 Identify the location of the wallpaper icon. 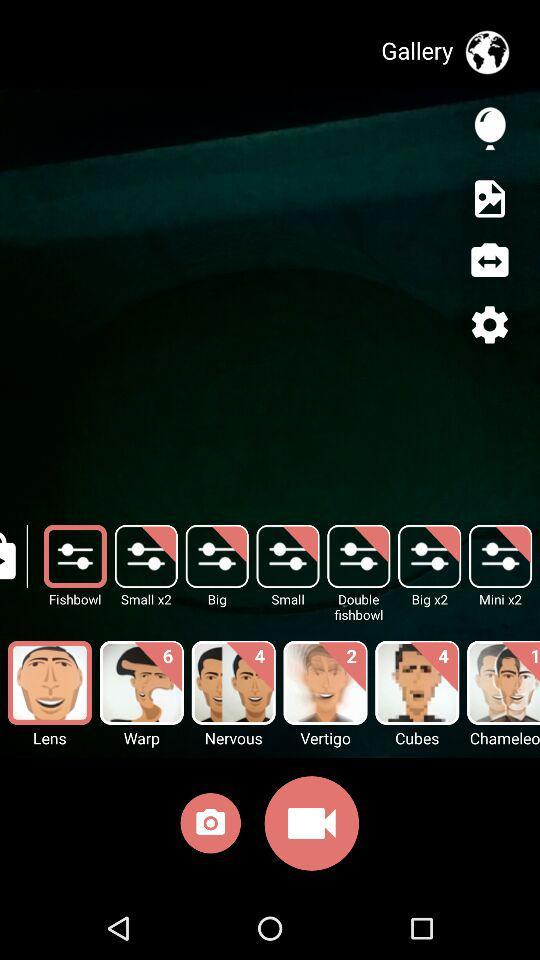
(488, 198).